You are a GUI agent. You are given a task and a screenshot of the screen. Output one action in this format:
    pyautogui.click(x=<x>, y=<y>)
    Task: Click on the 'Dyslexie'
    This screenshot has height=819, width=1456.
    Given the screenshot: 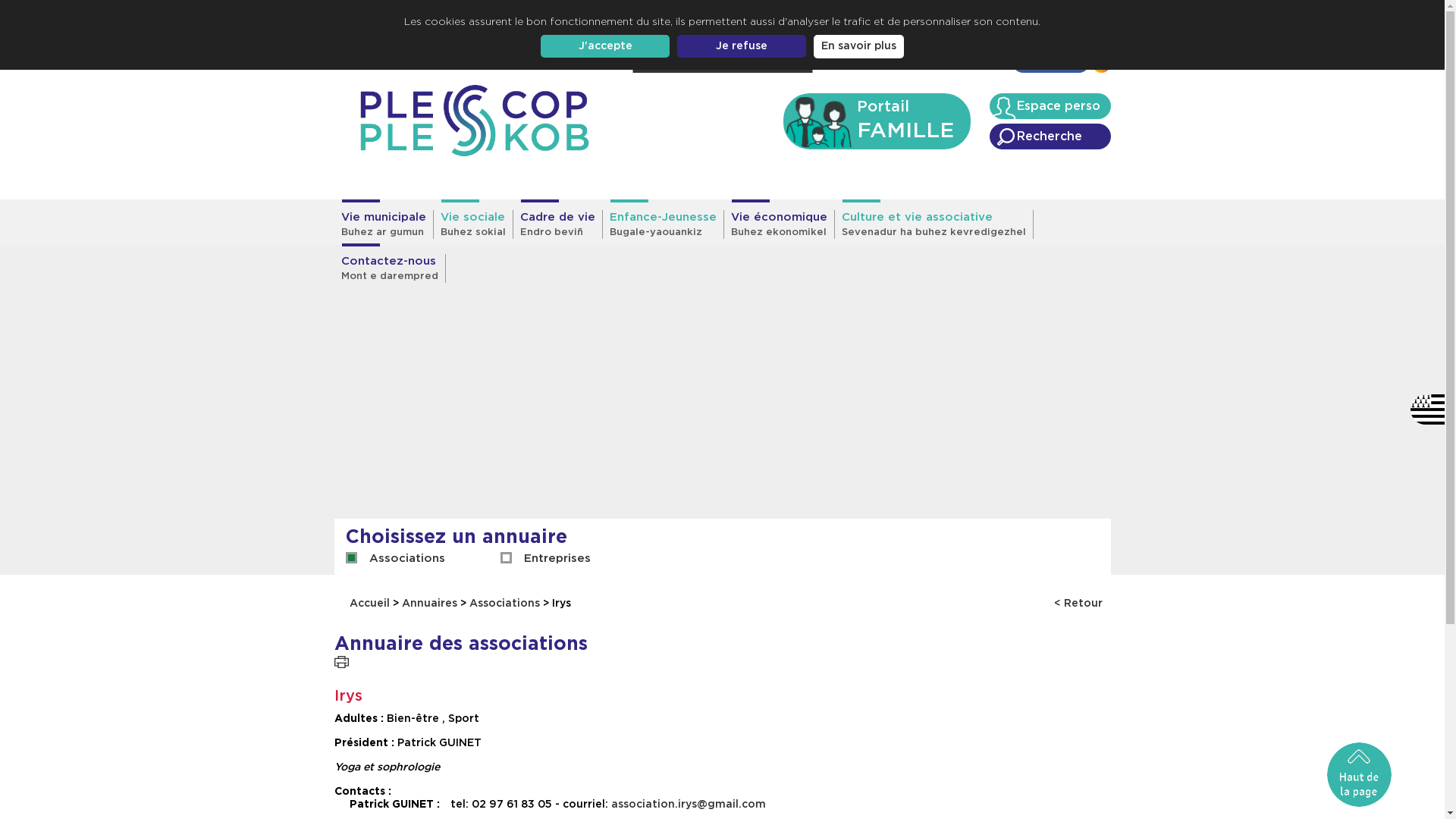 What is the action you would take?
    pyautogui.click(x=761, y=58)
    